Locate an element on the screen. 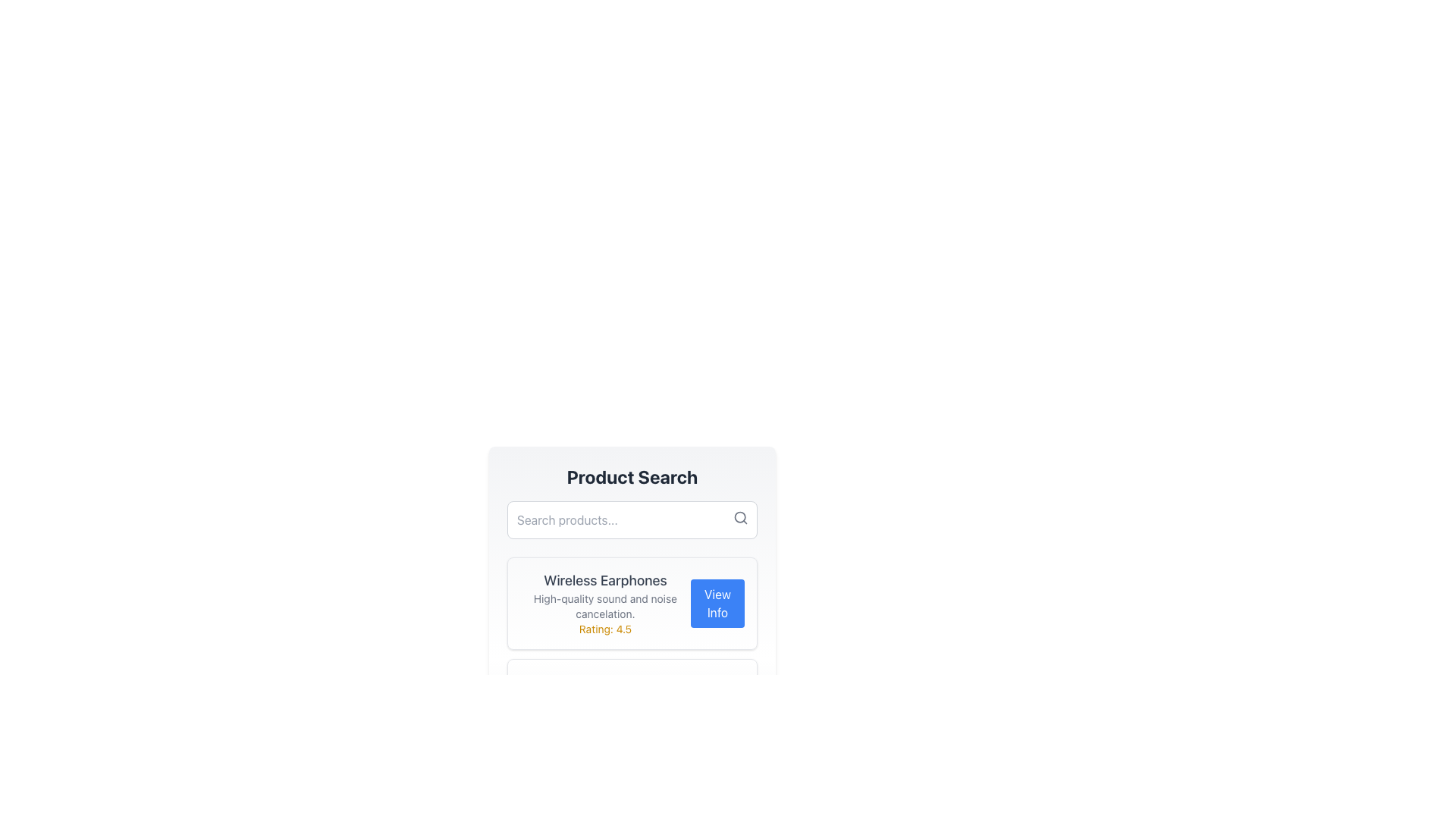  the descriptive heading located at the top of the product search section, which introduces the purpose of the section below is located at coordinates (632, 475).